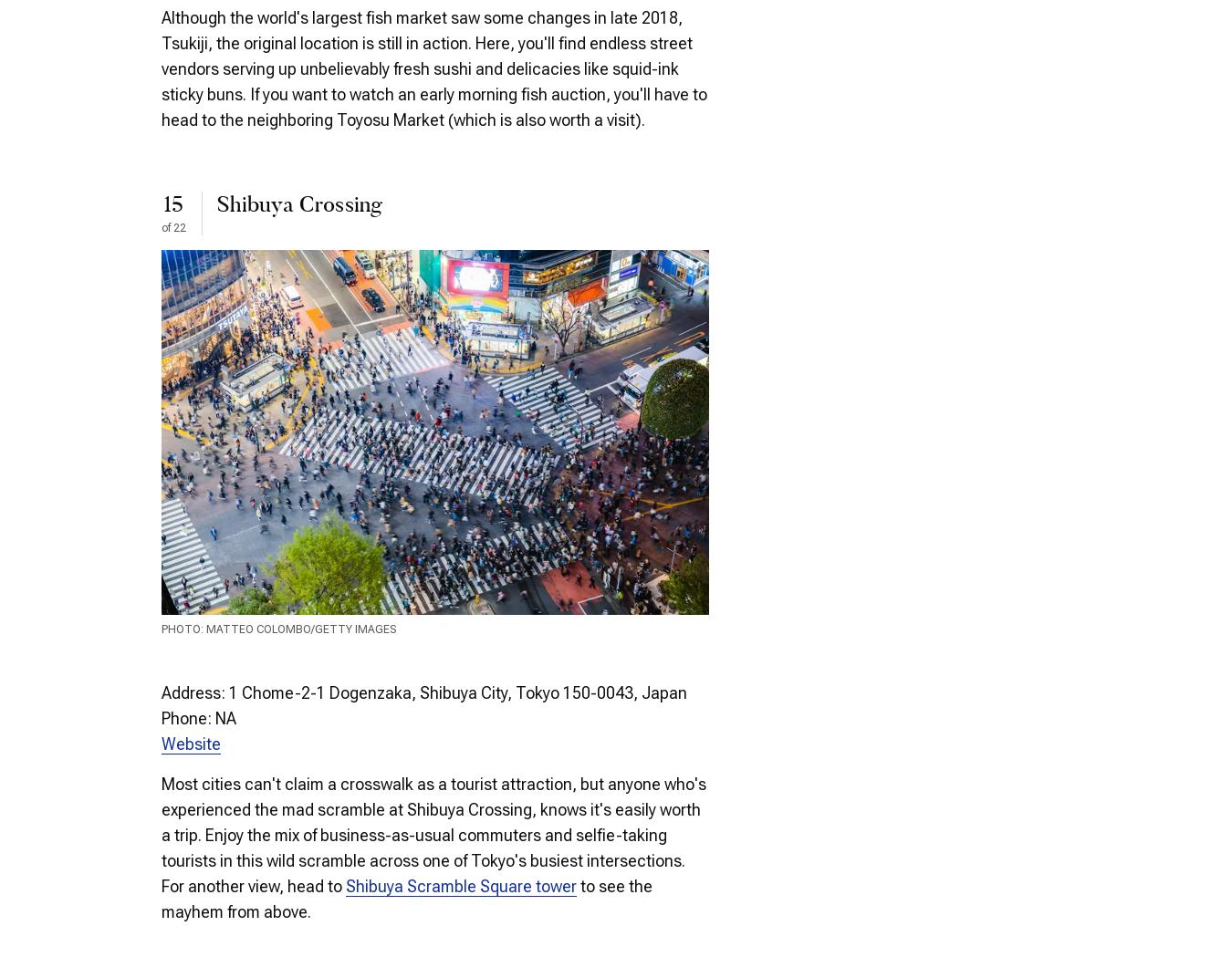 This screenshot has width=1232, height=978. What do you see at coordinates (433, 68) in the screenshot?
I see `'Although the world's largest fish market saw some changes in late 2018, Tsukiji, the original location is still in action. Here, you'll find endless street vendors serving up unbelievably fresh sushi and delicacies like squid-ink sticky buns. If you want to watch an early morning fish auction, you'll have to head to the neighboring Toyosu Market (which is also worth a visit).'` at bounding box center [433, 68].